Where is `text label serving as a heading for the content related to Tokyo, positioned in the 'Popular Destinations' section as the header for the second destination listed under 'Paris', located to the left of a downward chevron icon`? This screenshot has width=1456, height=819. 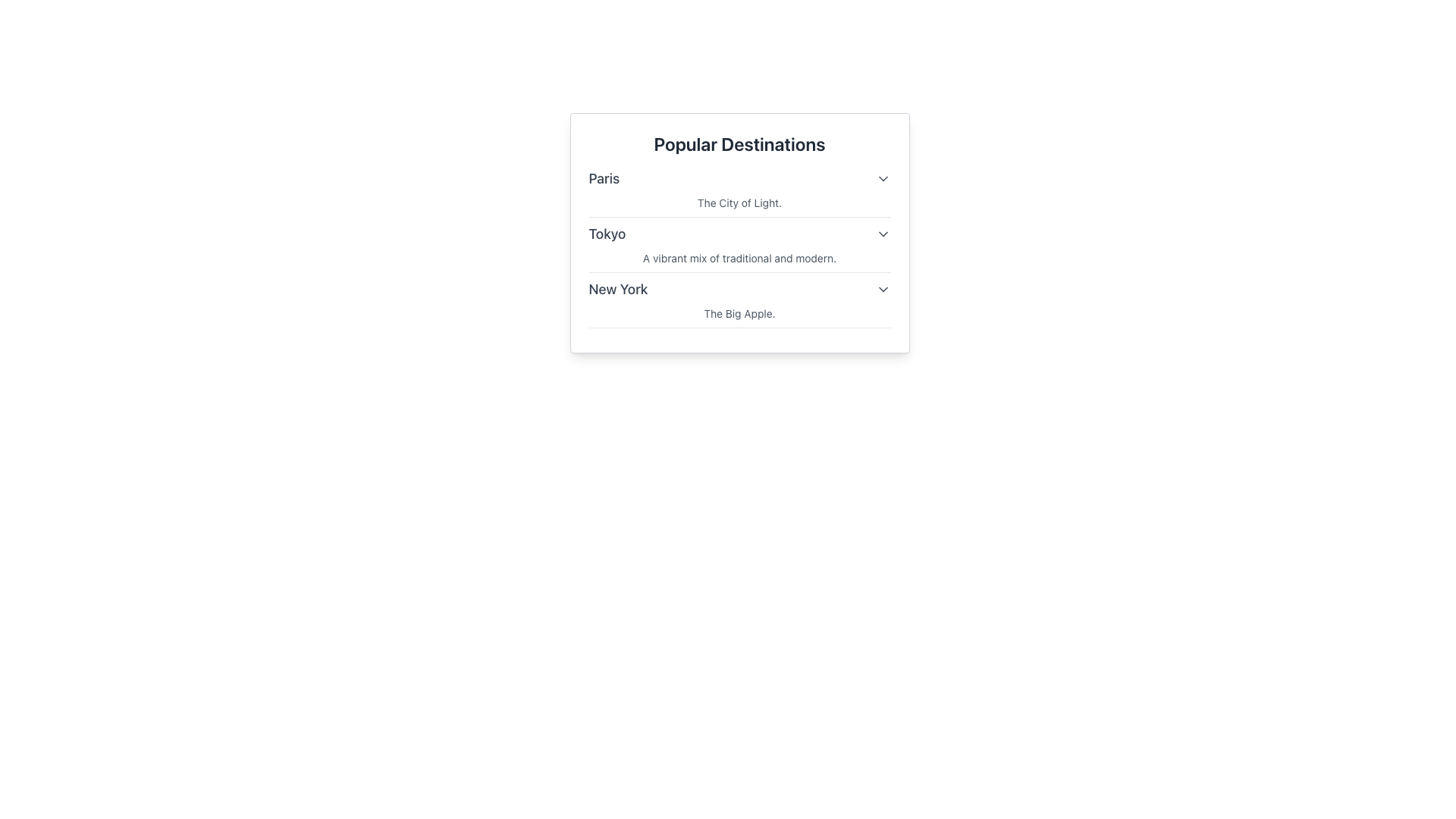 text label serving as a heading for the content related to Tokyo, positioned in the 'Popular Destinations' section as the header for the second destination listed under 'Paris', located to the left of a downward chevron icon is located at coordinates (607, 234).